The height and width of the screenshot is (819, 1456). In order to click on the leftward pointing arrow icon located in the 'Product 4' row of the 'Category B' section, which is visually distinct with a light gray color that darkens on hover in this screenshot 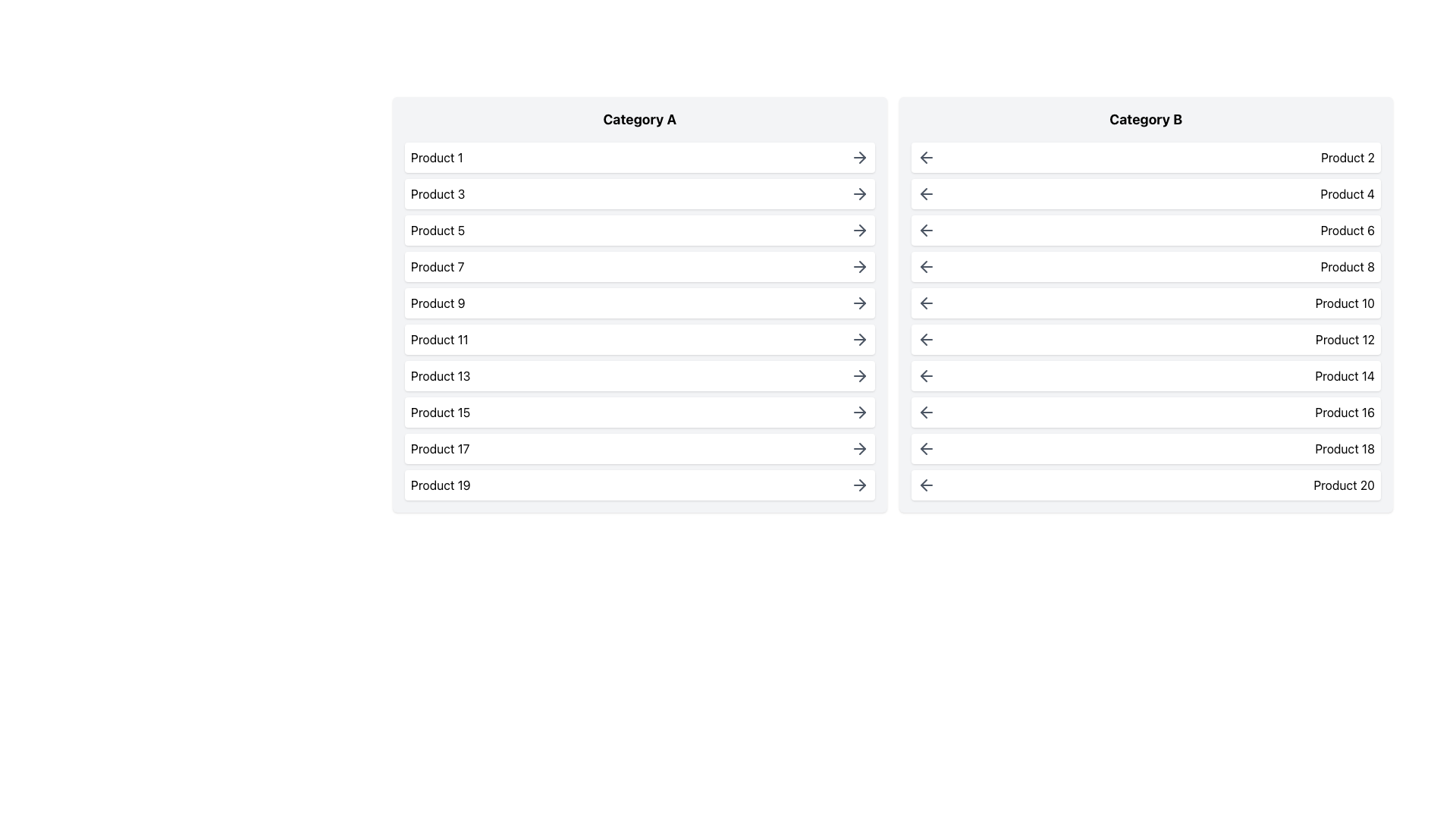, I will do `click(925, 193)`.